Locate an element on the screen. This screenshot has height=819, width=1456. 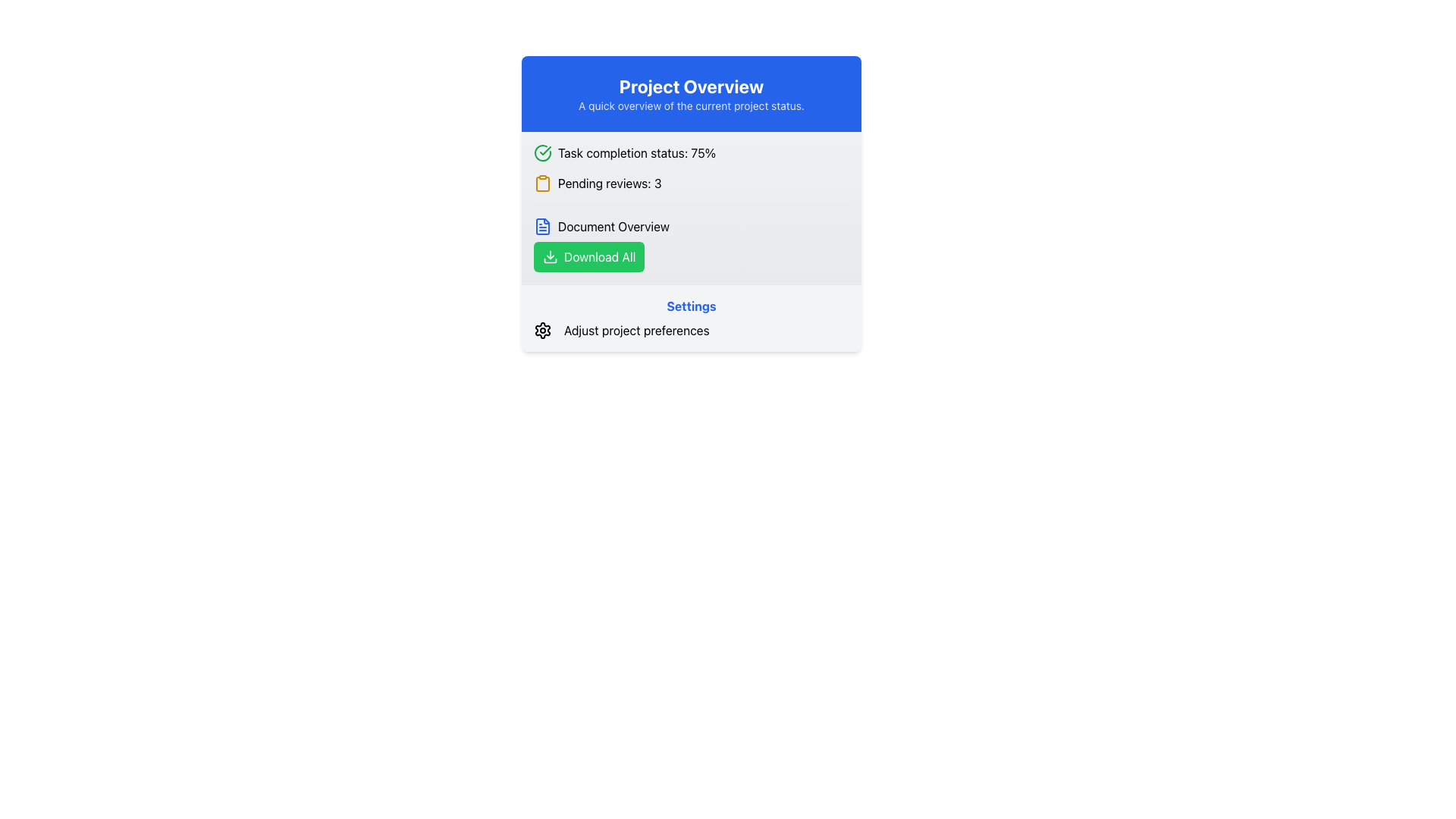
text label displaying 'Pending reviews: 3' which is located next to a yellow clipboard icon in the card UI is located at coordinates (610, 183).